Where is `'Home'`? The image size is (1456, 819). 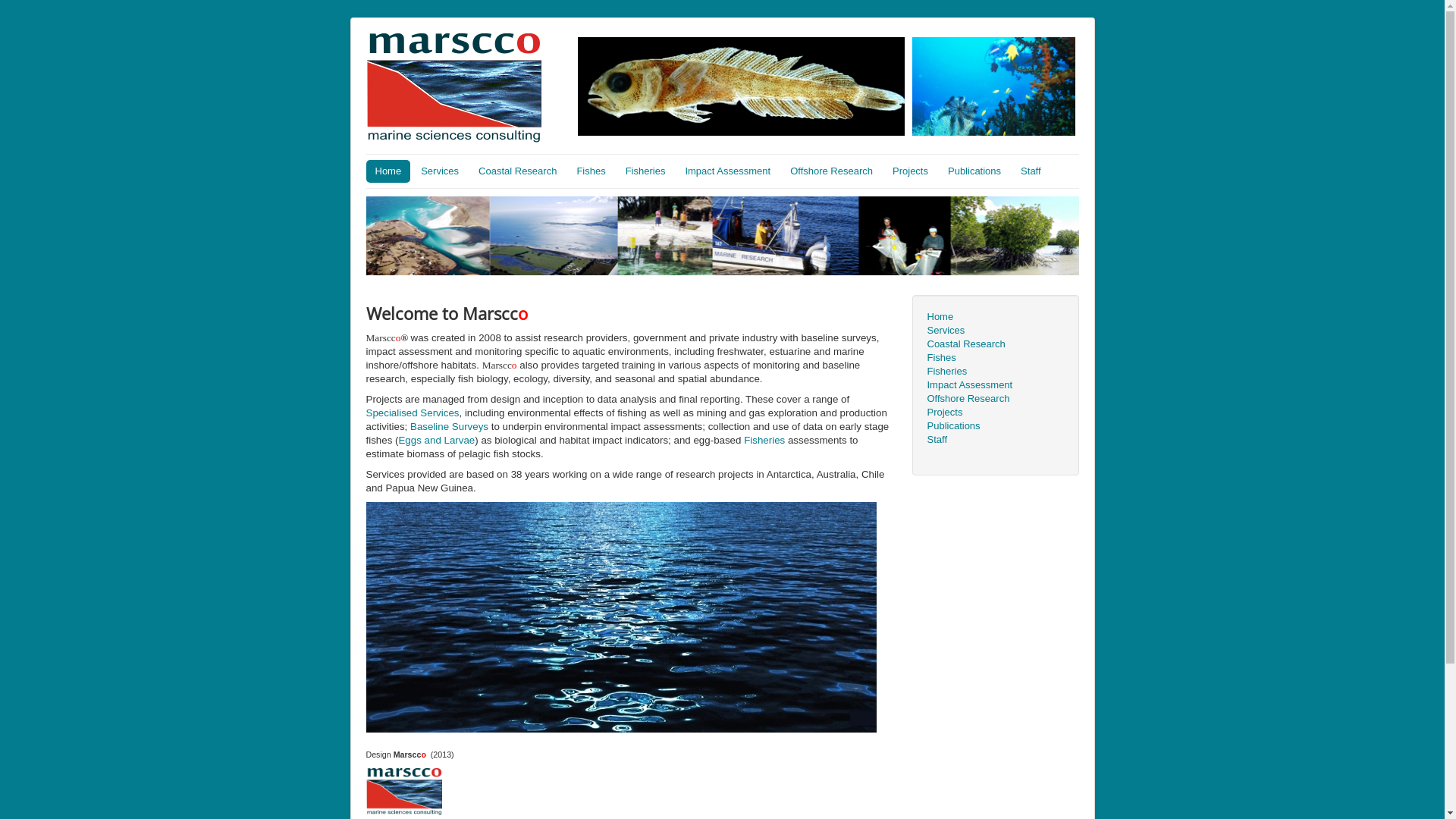
'Home' is located at coordinates (388, 171).